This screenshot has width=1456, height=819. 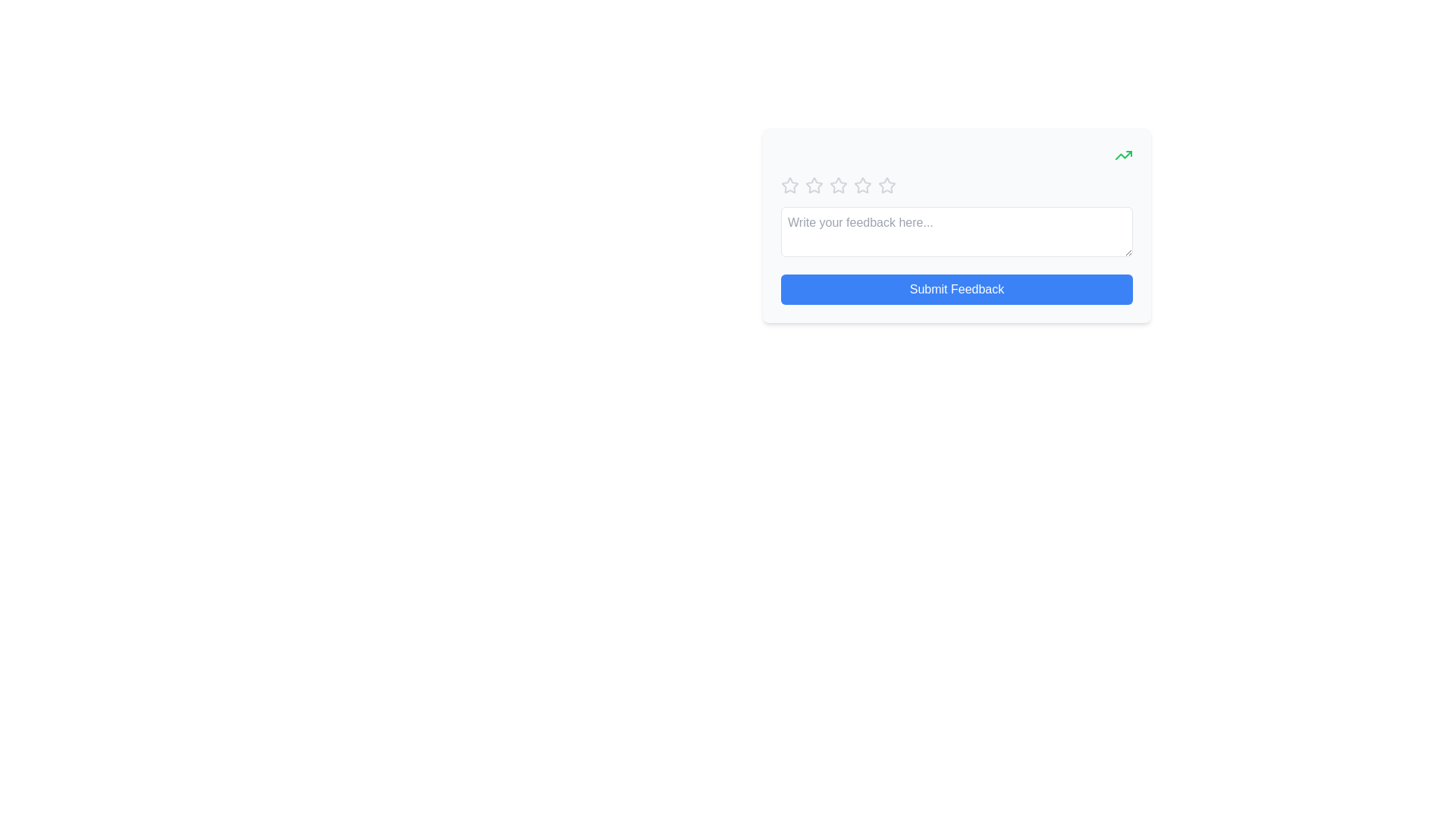 I want to click on the second star icon in the rating component for accessibility navigation, so click(x=814, y=184).